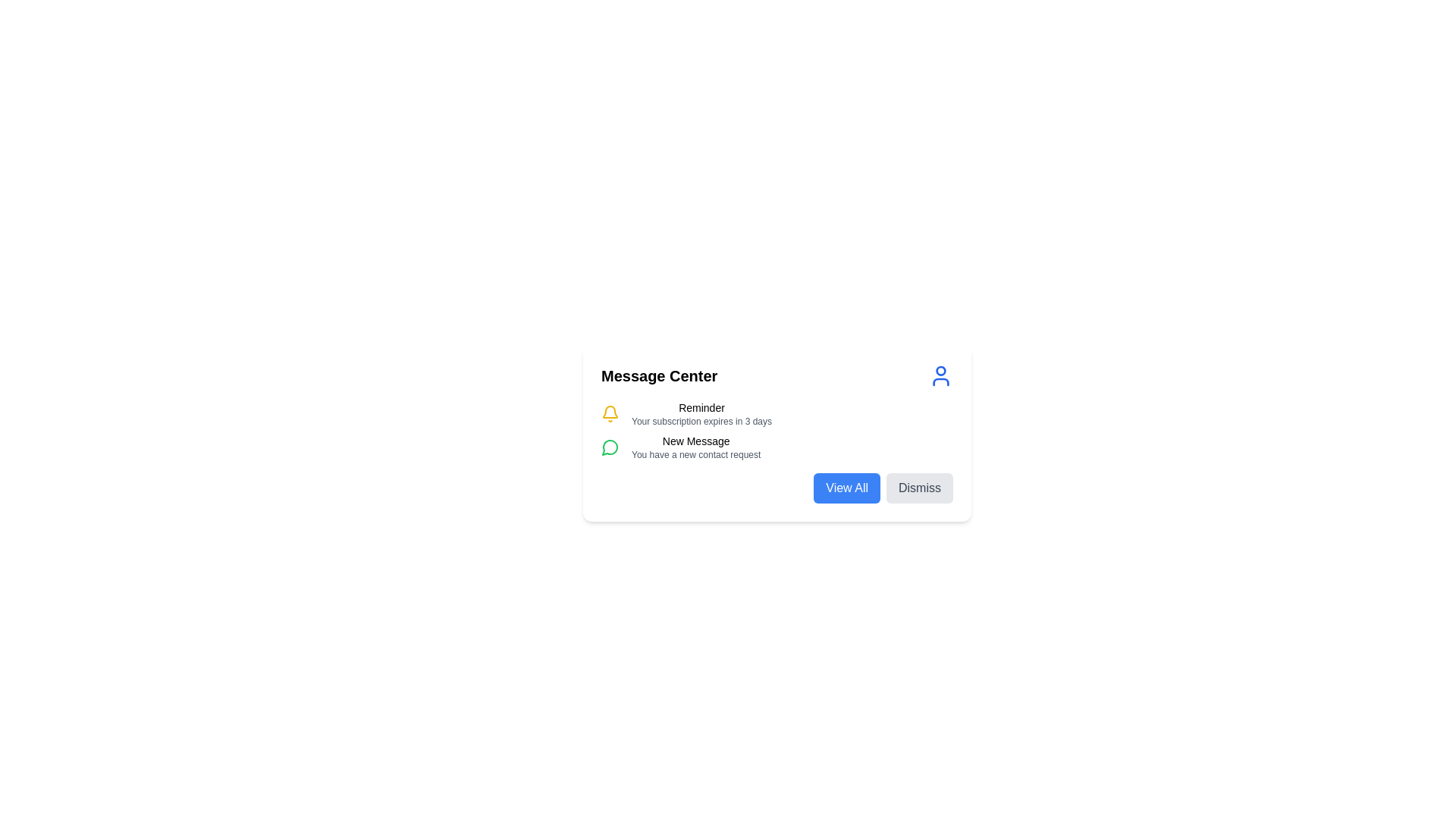 The height and width of the screenshot is (819, 1456). What do you see at coordinates (610, 447) in the screenshot?
I see `the notification icon located to the left of the 'Message Center' text, which serves as a symbolic representation for notifications` at bounding box center [610, 447].